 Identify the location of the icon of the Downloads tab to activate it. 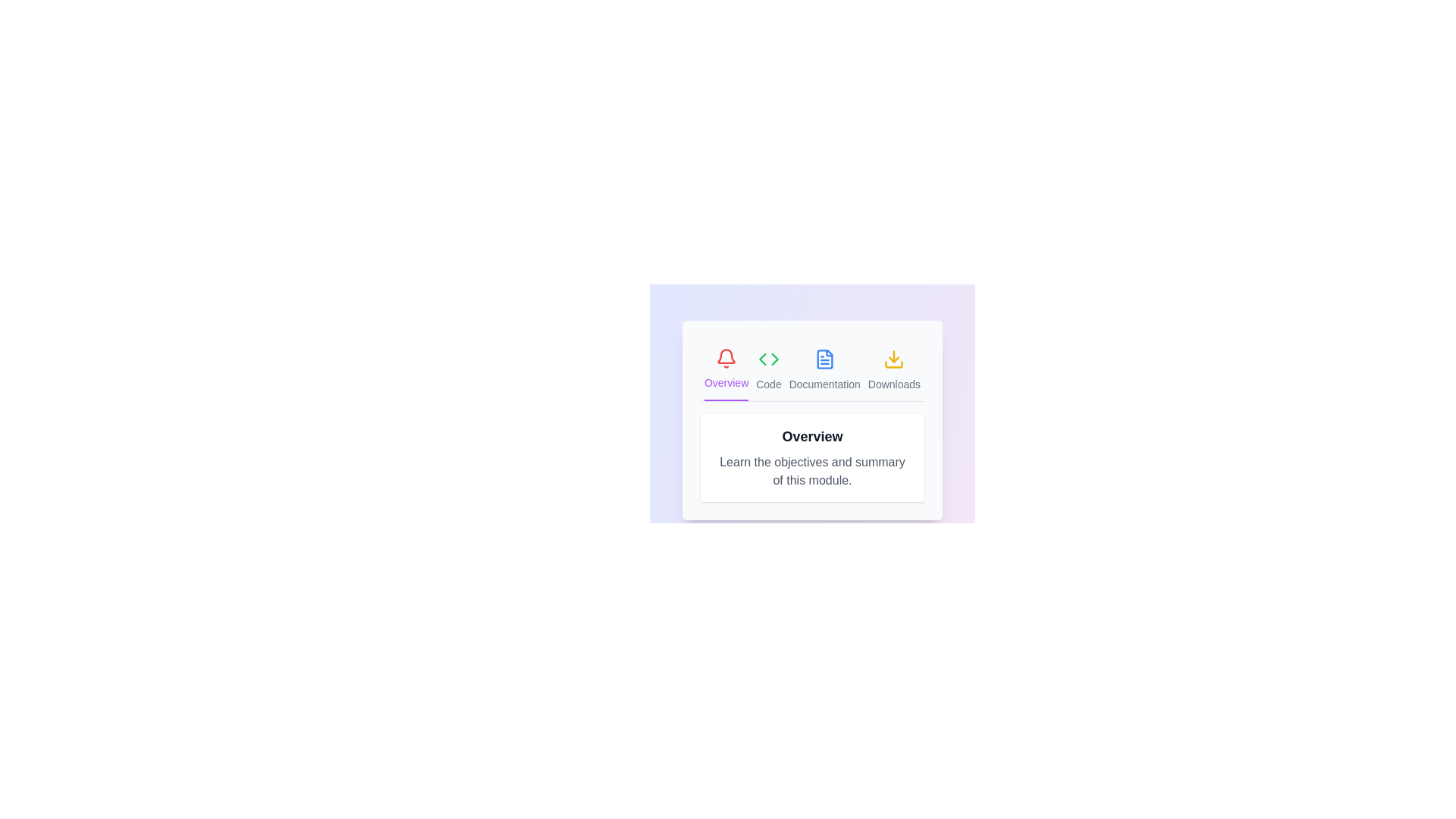
(894, 370).